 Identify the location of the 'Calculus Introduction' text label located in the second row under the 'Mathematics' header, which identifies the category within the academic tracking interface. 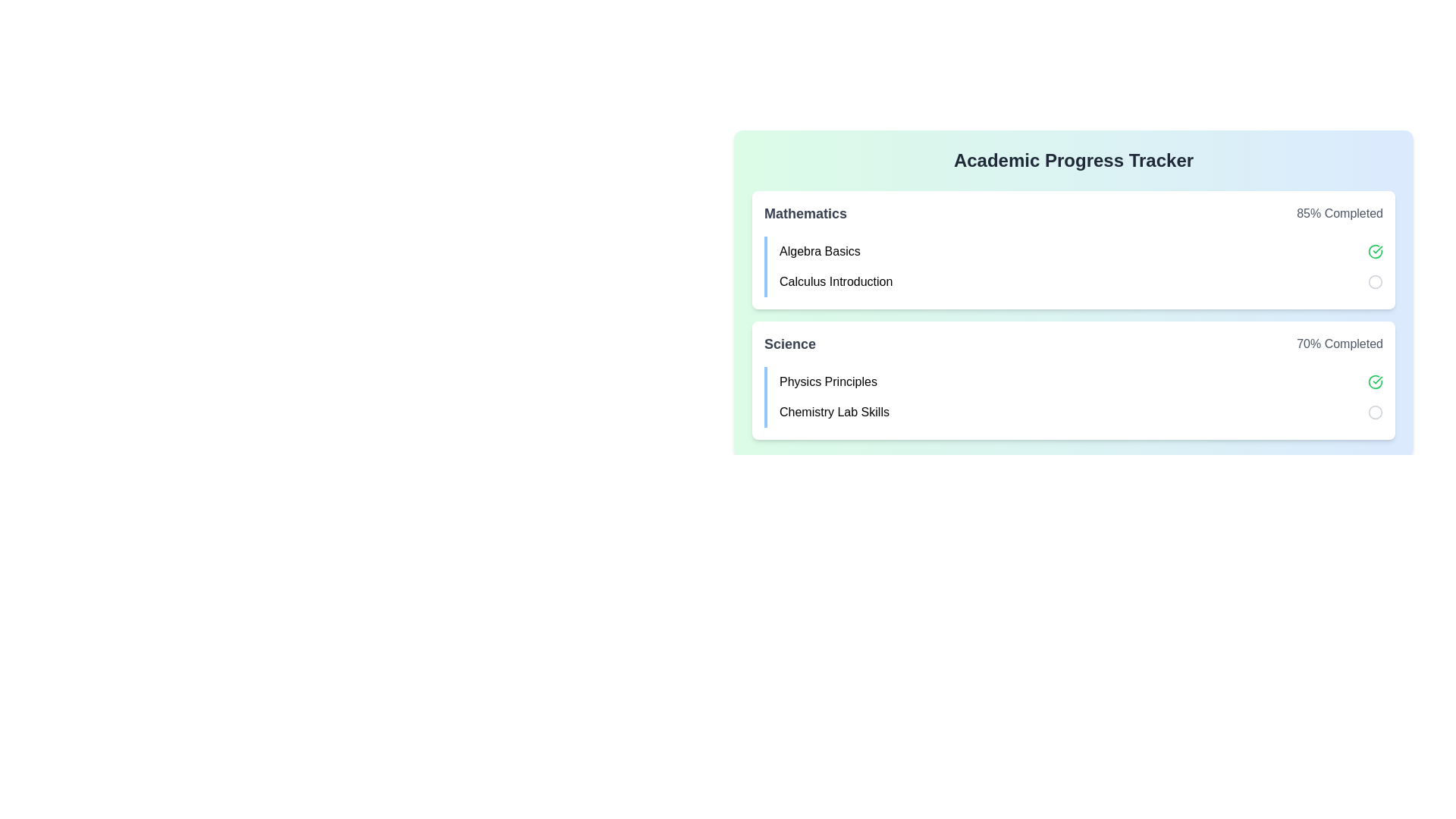
(835, 281).